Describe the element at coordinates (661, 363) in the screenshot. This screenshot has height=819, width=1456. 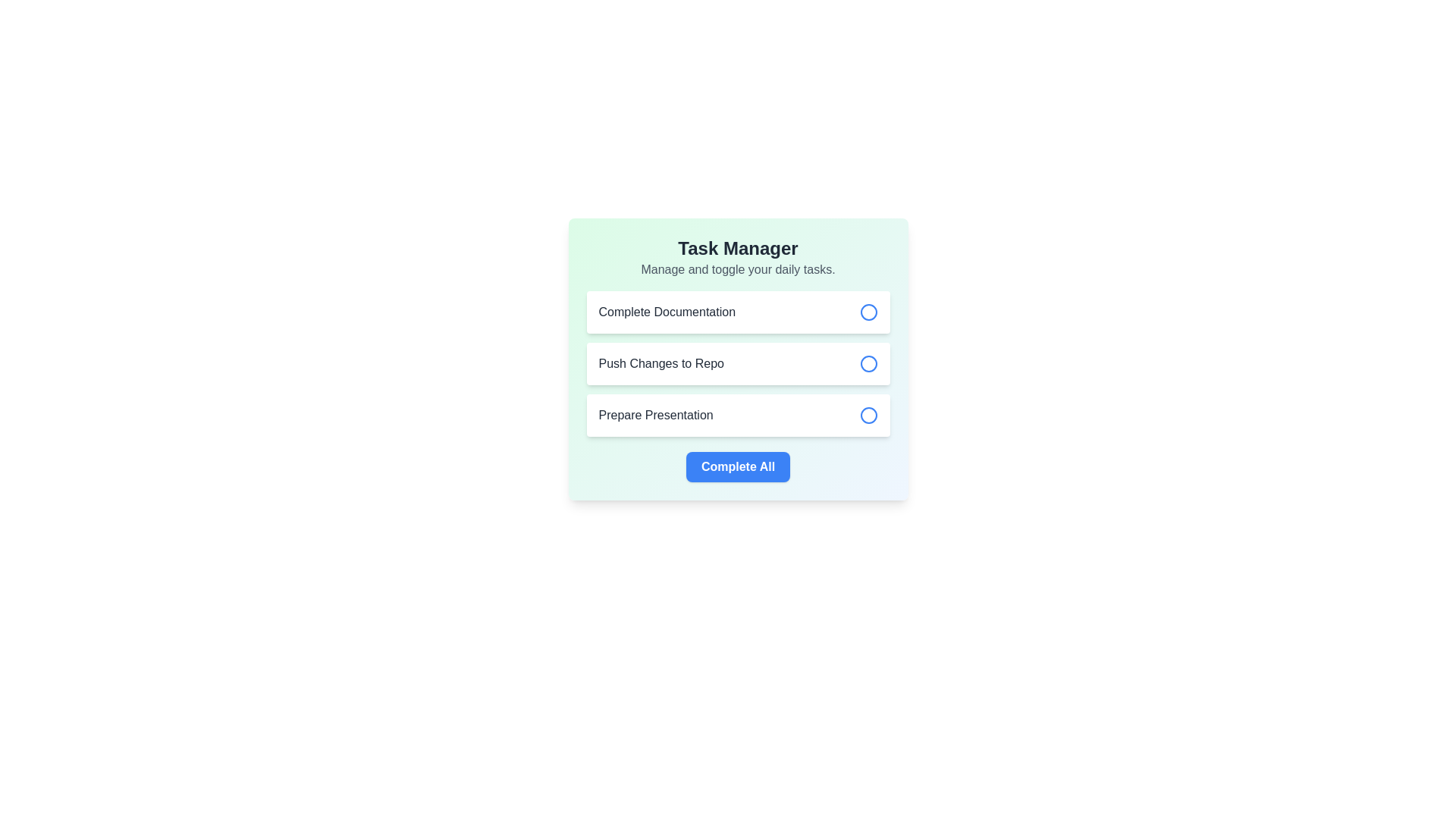
I see `the static text label that provides descriptive information about the associated task or action, located at the center of the interface within a vertical stack of three items` at that location.